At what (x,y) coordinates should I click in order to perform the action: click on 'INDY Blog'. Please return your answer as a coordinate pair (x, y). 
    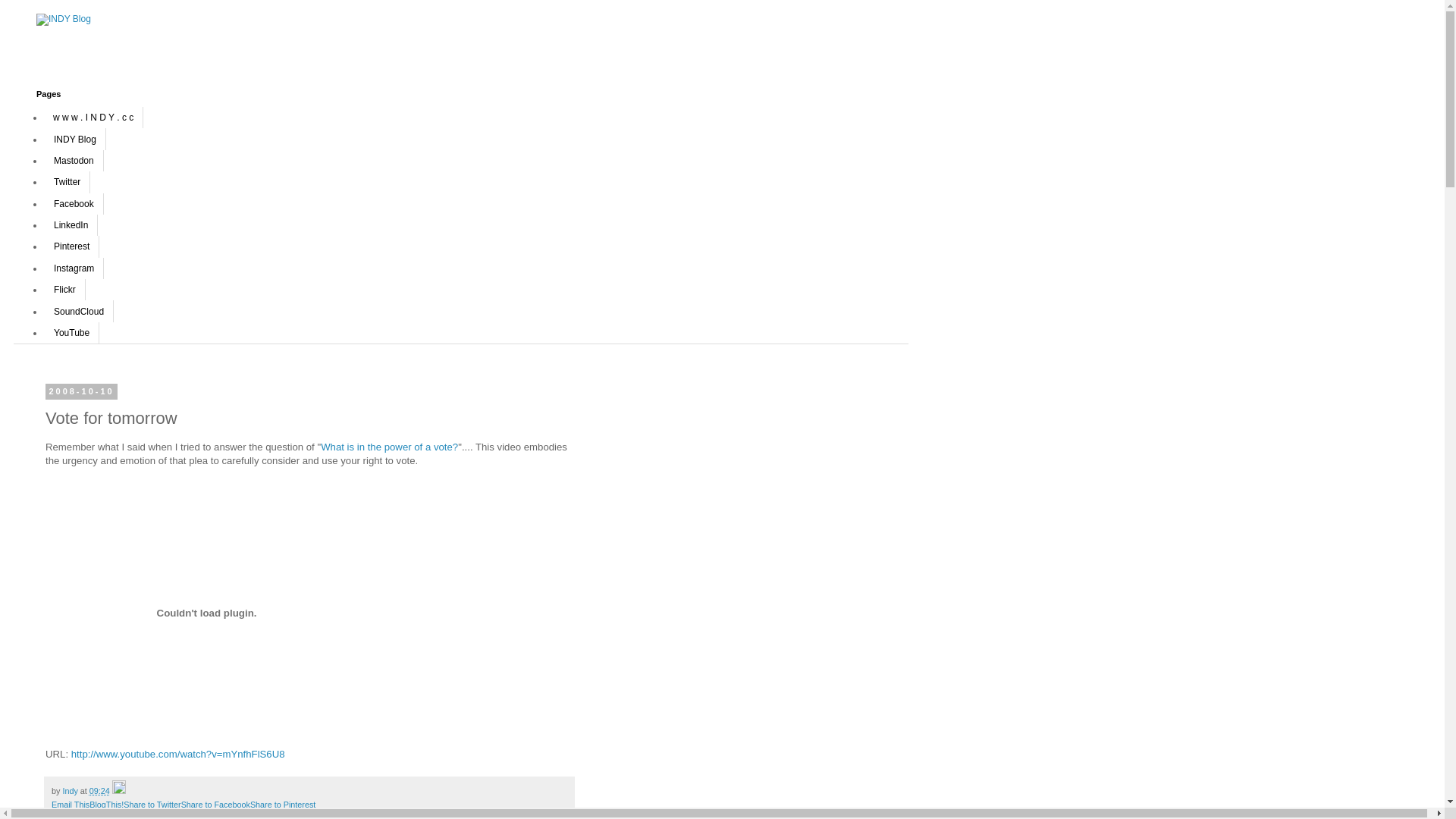
    Looking at the image, I should click on (43, 138).